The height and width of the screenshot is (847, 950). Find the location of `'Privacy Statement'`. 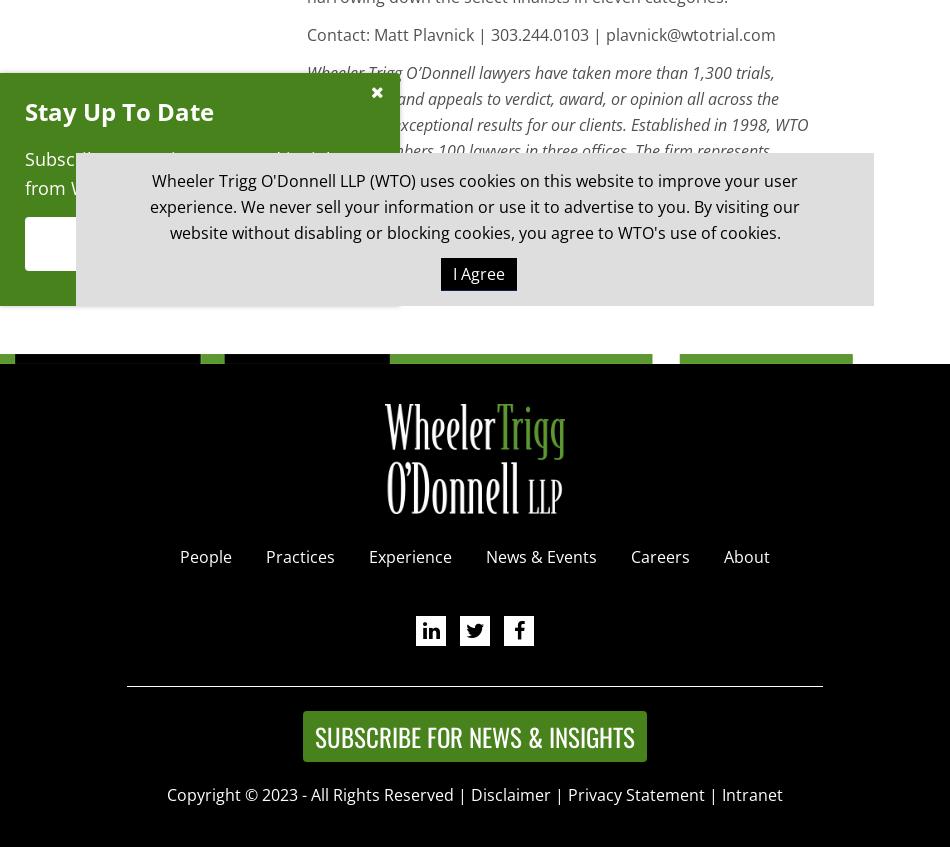

'Privacy Statement' is located at coordinates (636, 794).